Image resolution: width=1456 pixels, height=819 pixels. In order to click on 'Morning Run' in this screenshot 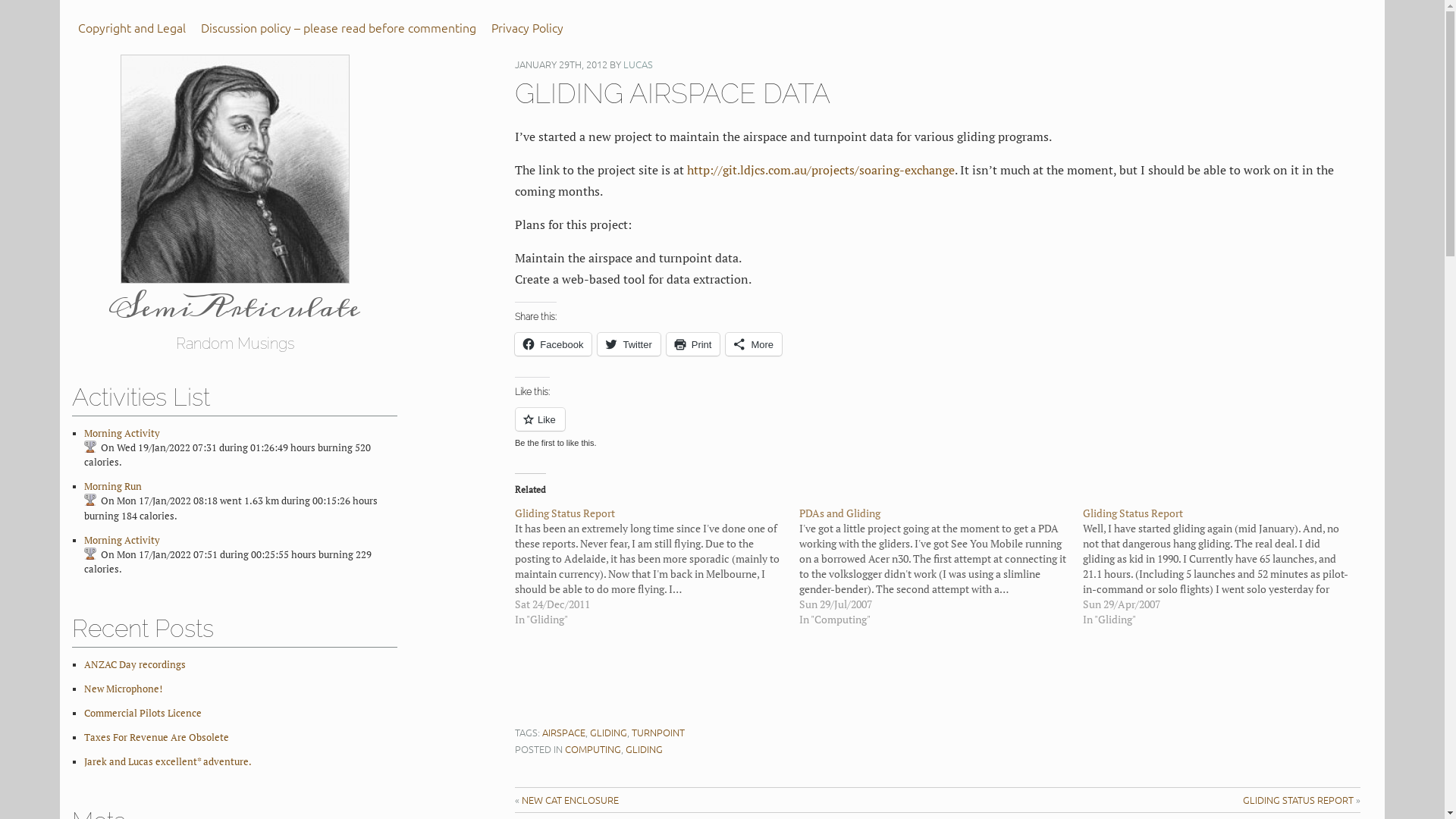, I will do `click(111, 486)`.